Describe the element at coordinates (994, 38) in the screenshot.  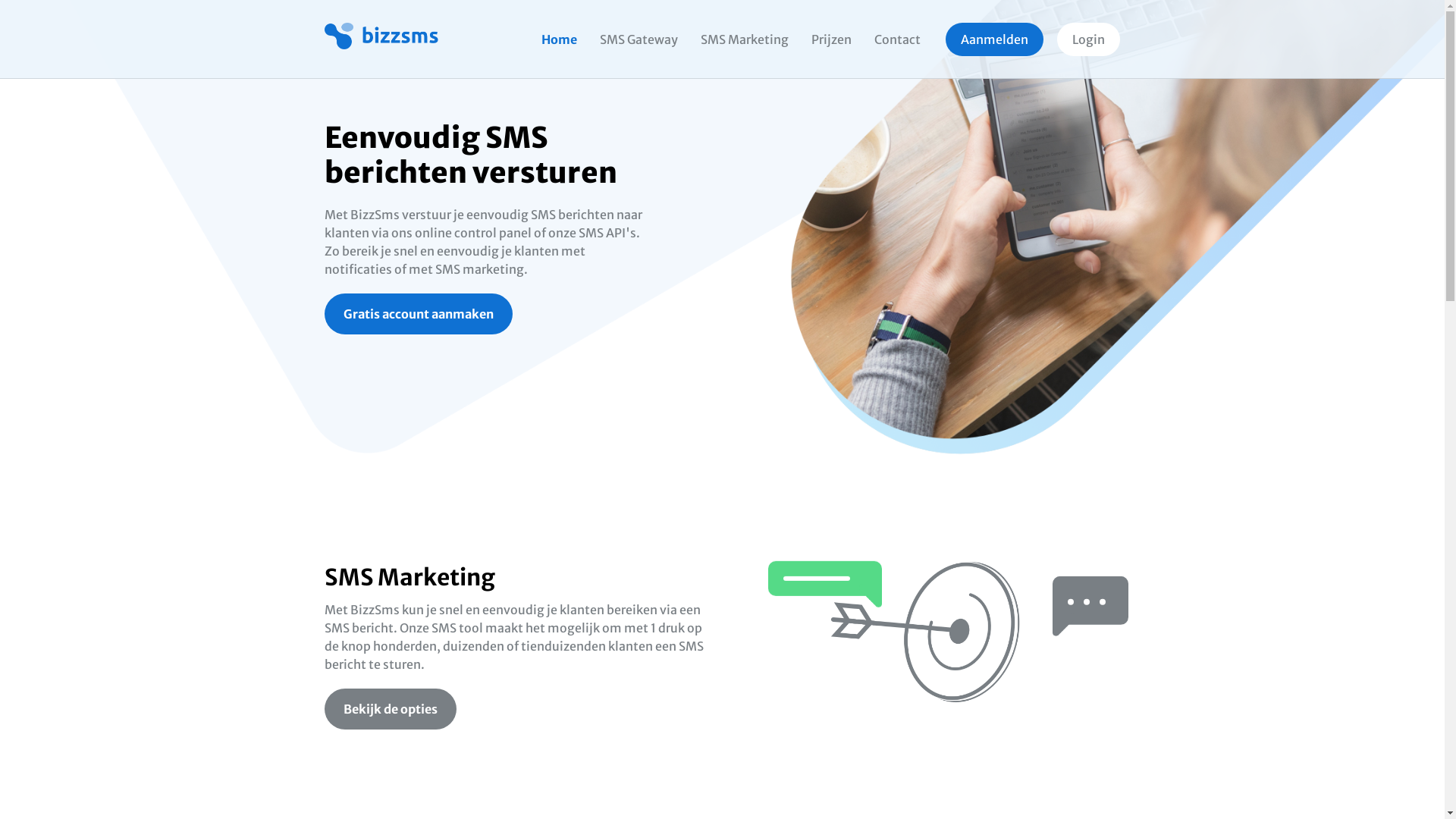
I see `'Aanmelden'` at that location.